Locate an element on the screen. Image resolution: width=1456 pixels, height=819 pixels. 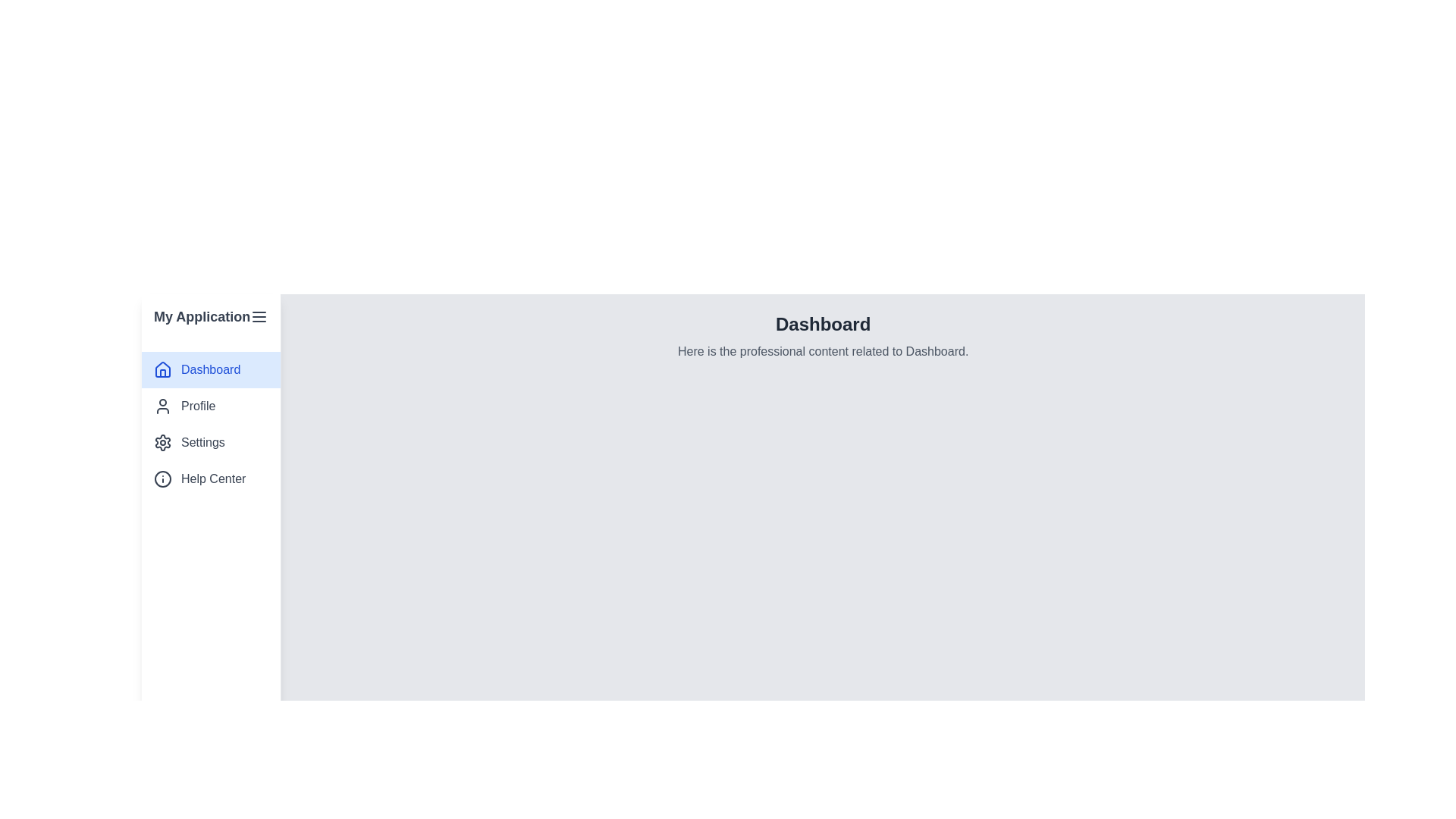
the toggle button located on the right side of the top navigation bar, adjacent to the 'My Application' text is located at coordinates (259, 315).